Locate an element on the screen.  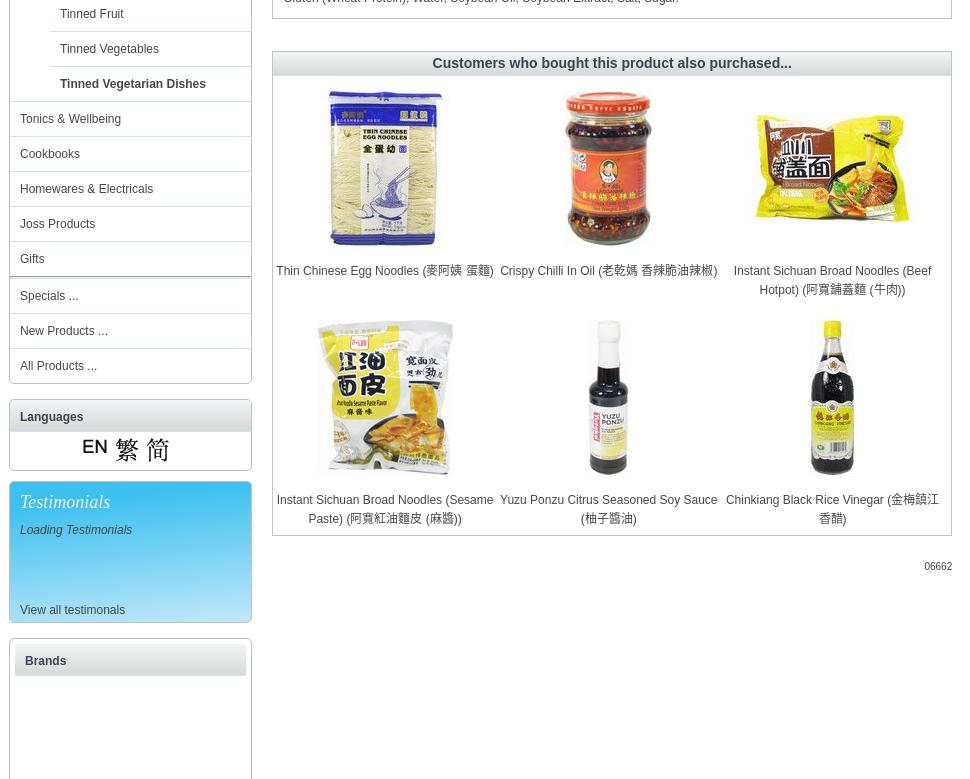
'Specials ...' is located at coordinates (48, 295).